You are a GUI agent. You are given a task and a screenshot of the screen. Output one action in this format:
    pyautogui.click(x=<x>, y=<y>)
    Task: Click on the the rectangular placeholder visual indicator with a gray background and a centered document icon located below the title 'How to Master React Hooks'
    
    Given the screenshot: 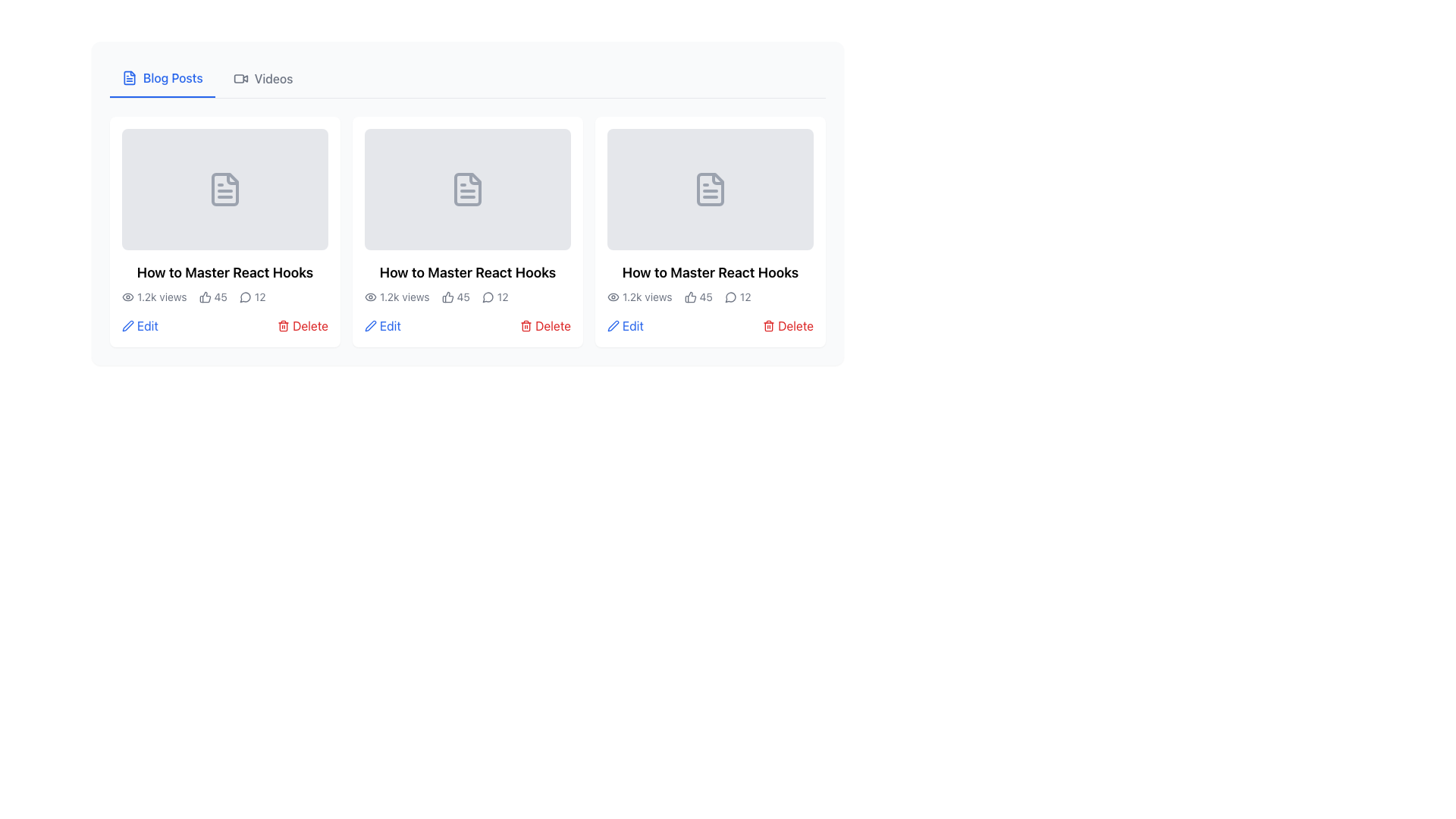 What is the action you would take?
    pyautogui.click(x=467, y=189)
    